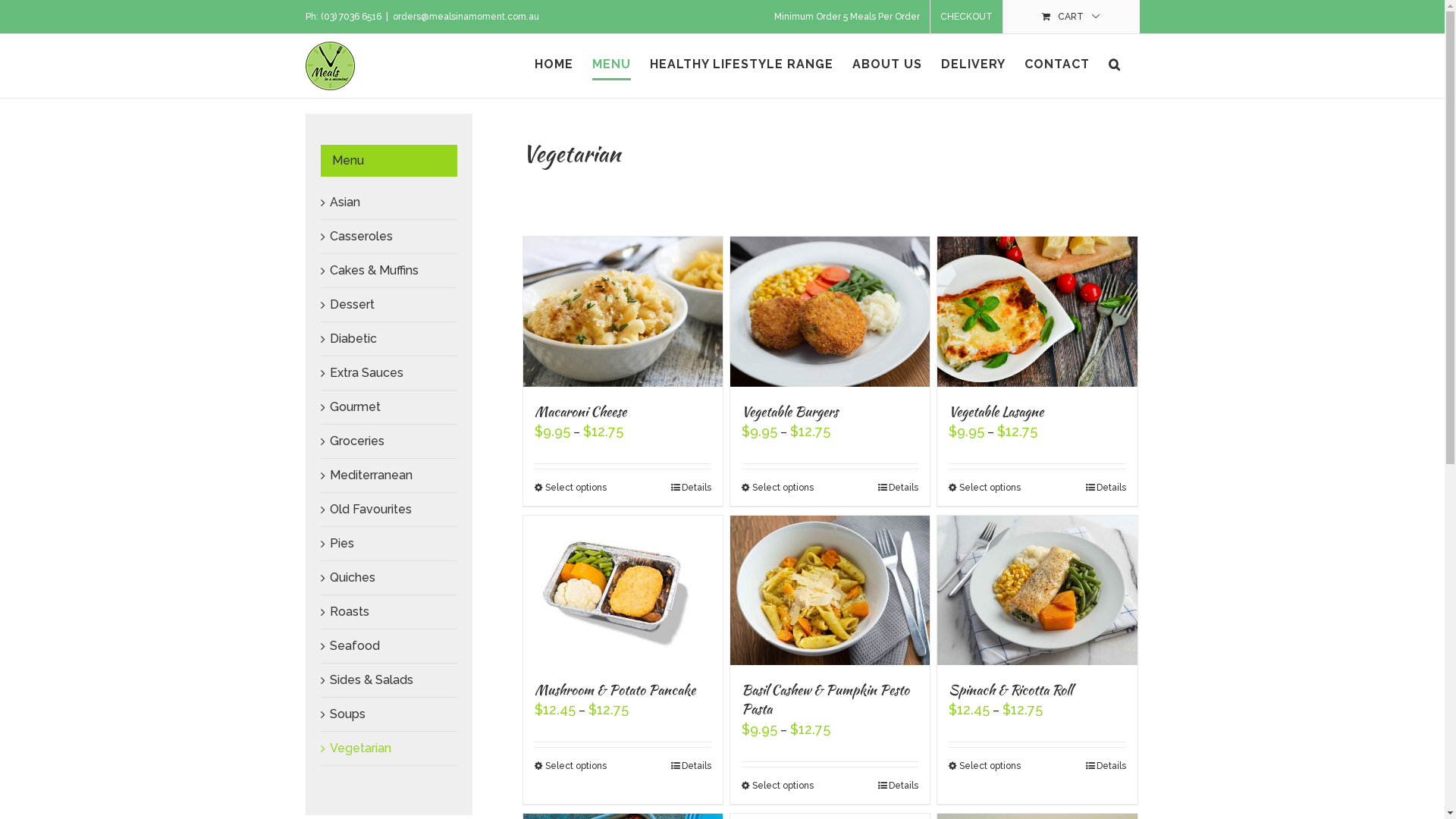 Image resolution: width=1456 pixels, height=819 pixels. Describe the element at coordinates (610, 63) in the screenshot. I see `'MENU'` at that location.